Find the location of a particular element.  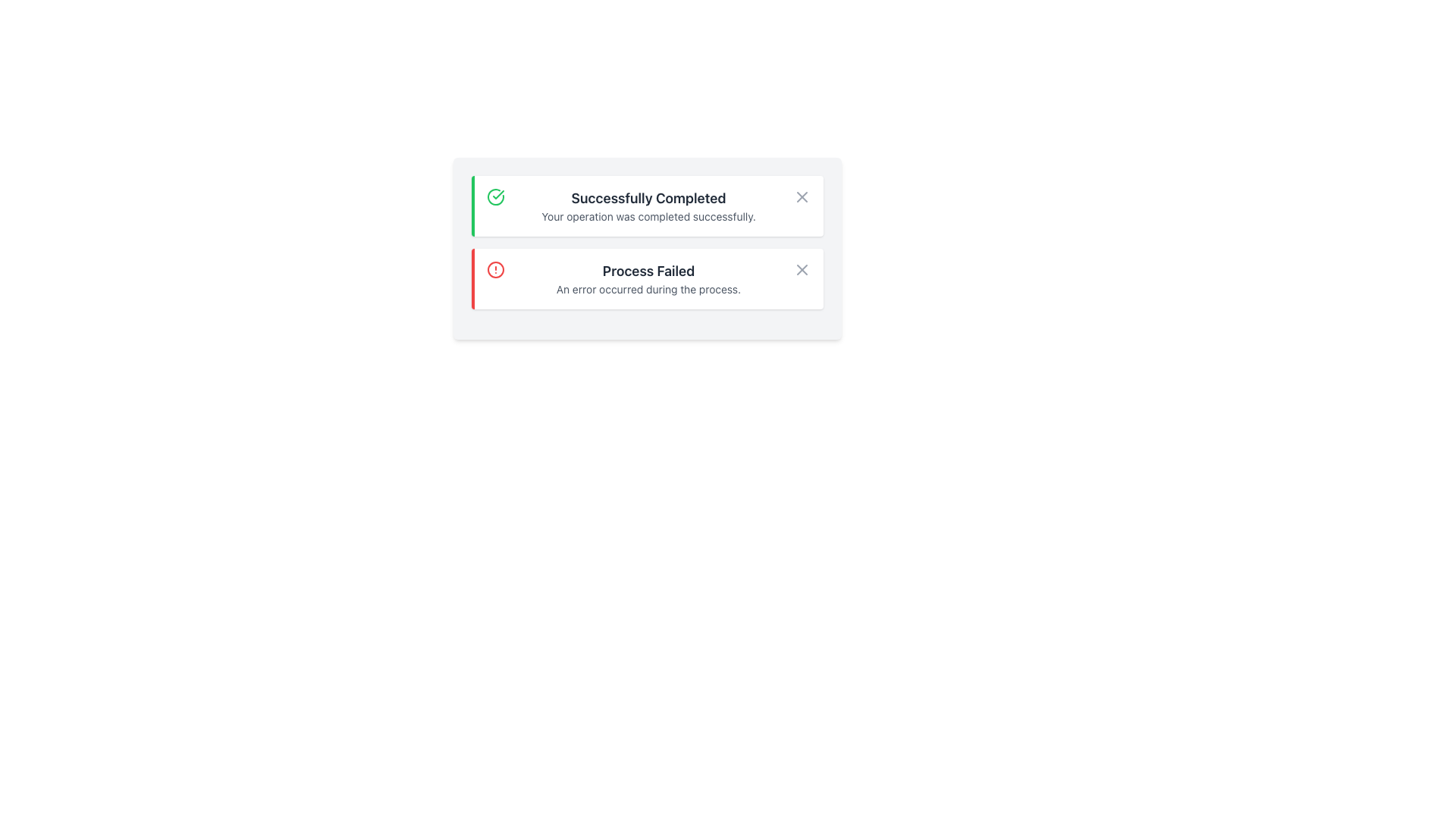

the close button located at the top-right of the 'Process Failed' notification box to change its appearance is located at coordinates (801, 268).